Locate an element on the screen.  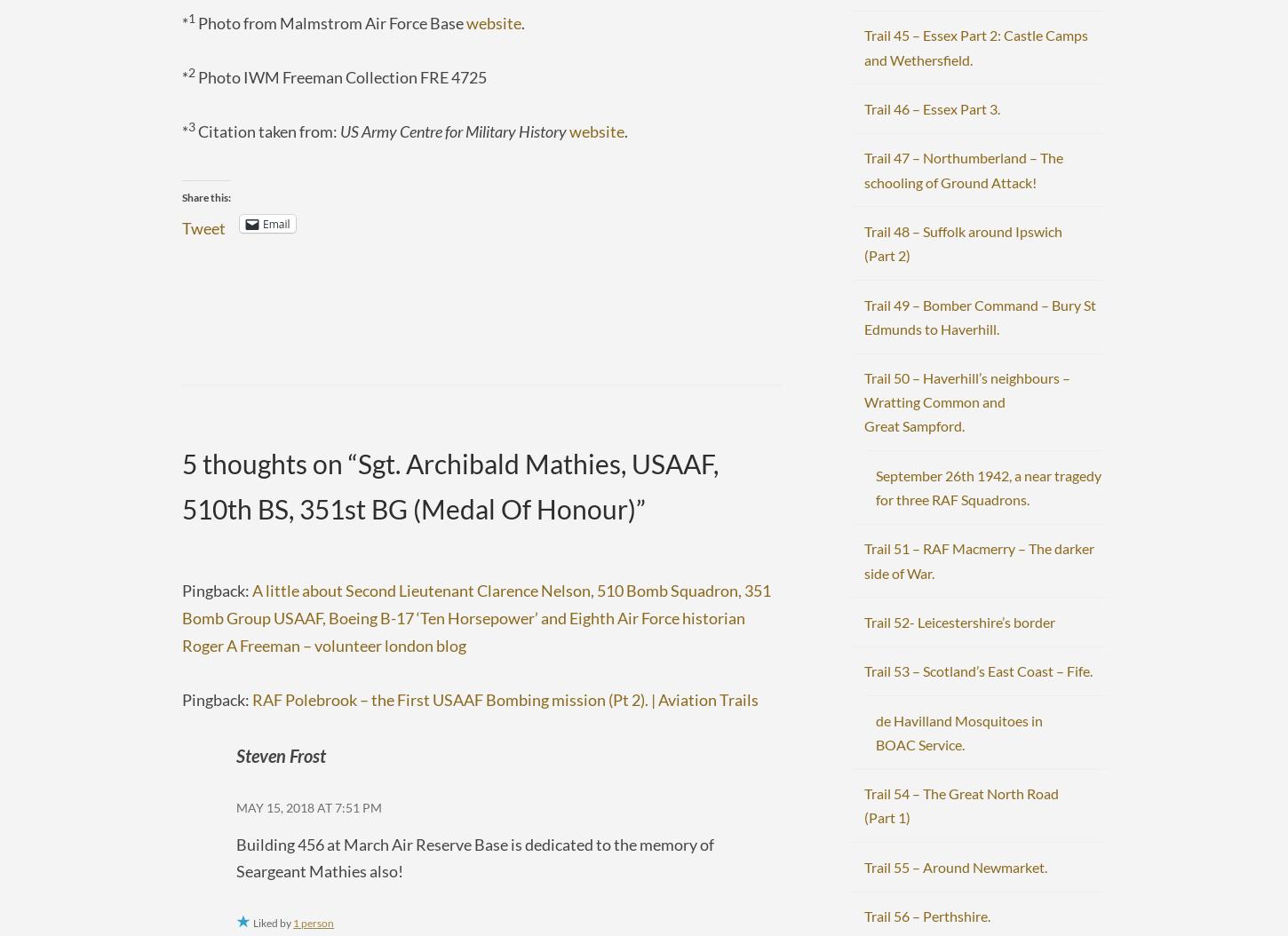
'5 thoughts on “' is located at coordinates (270, 463).